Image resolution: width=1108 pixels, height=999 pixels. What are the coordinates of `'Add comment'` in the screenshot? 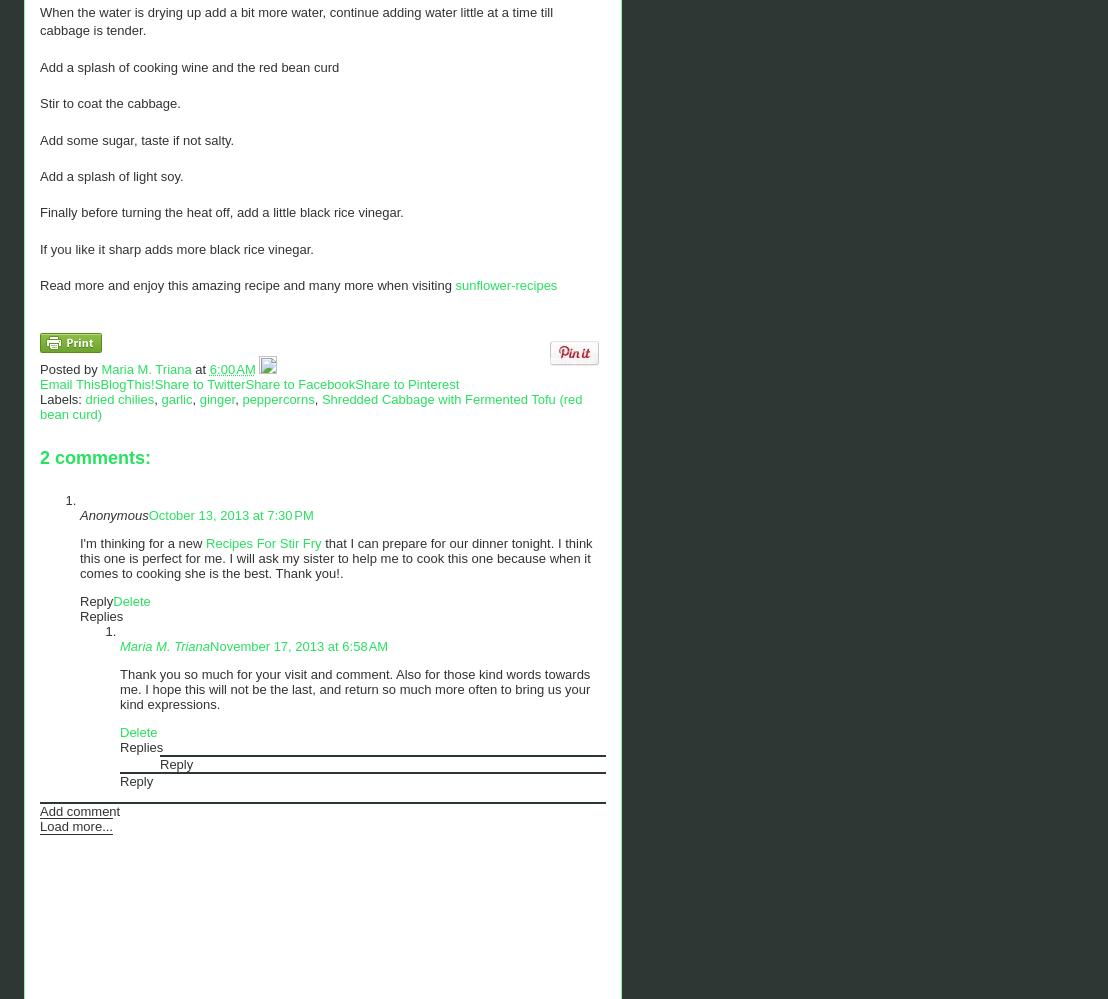 It's located at (78, 810).